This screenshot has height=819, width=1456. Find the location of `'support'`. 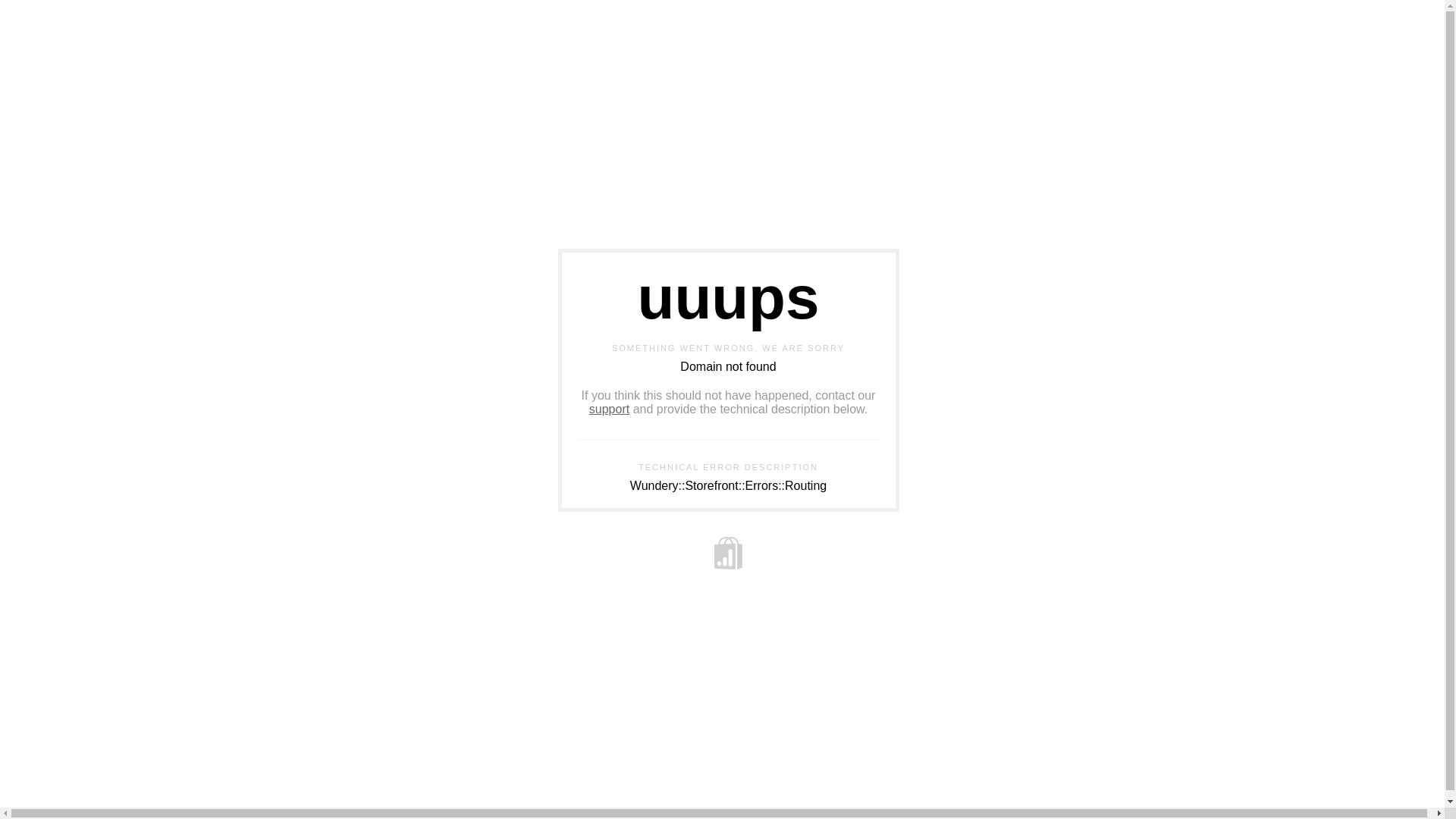

'support' is located at coordinates (609, 408).